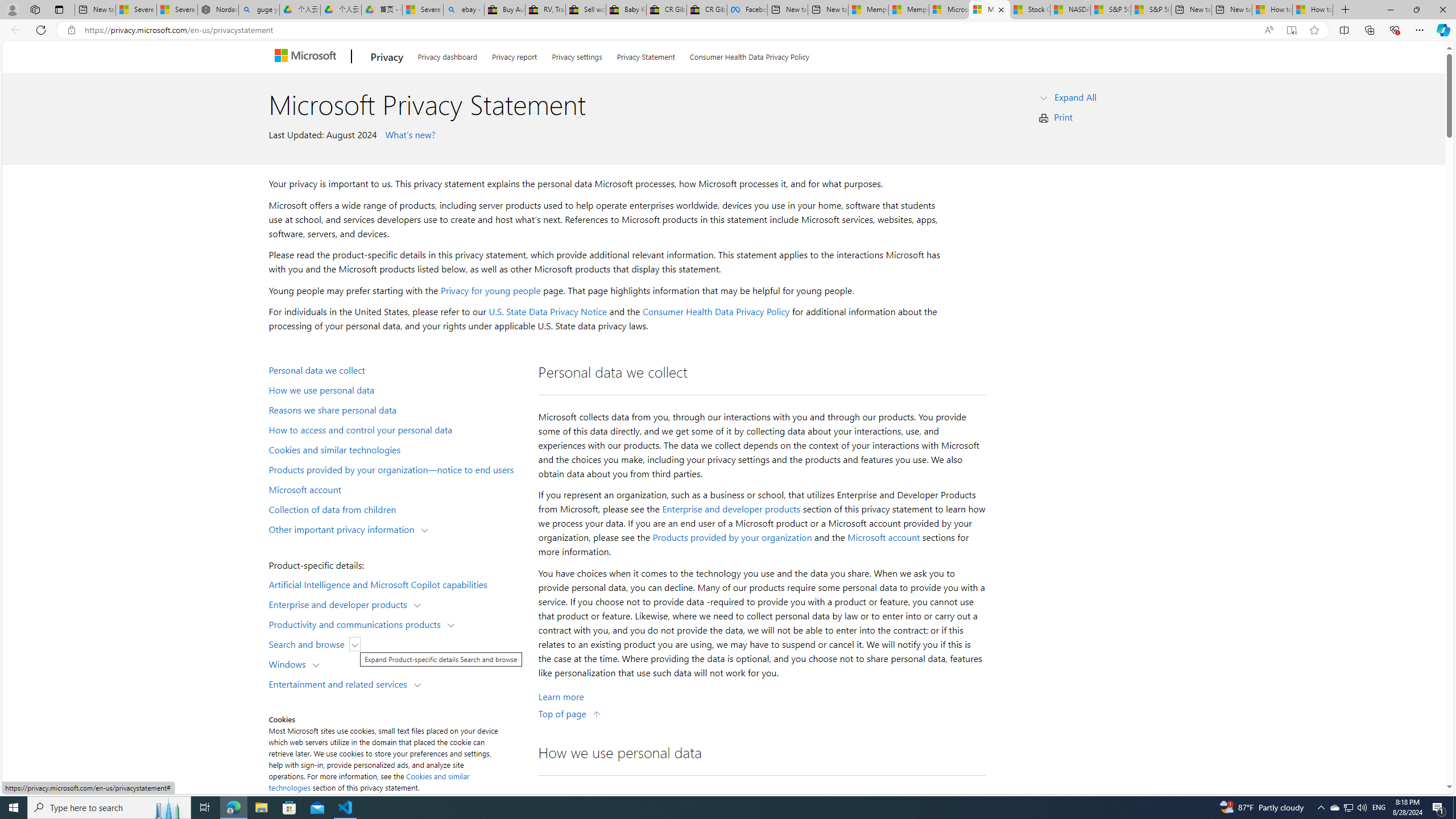  Describe the element at coordinates (396, 429) in the screenshot. I see `'How to access and control your personal data'` at that location.